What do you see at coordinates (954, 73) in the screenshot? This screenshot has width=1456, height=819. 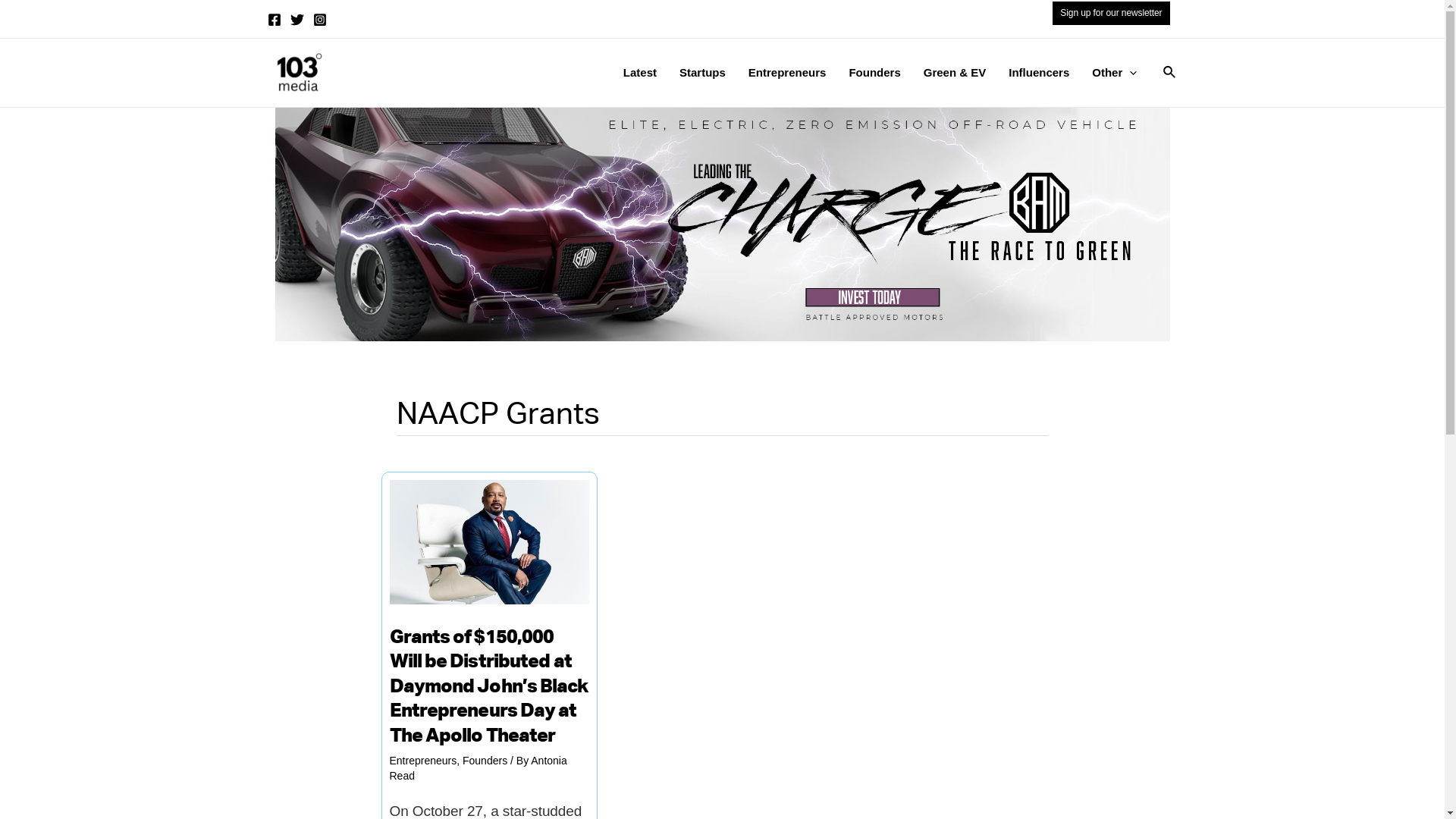 I see `'Green & EV'` at bounding box center [954, 73].